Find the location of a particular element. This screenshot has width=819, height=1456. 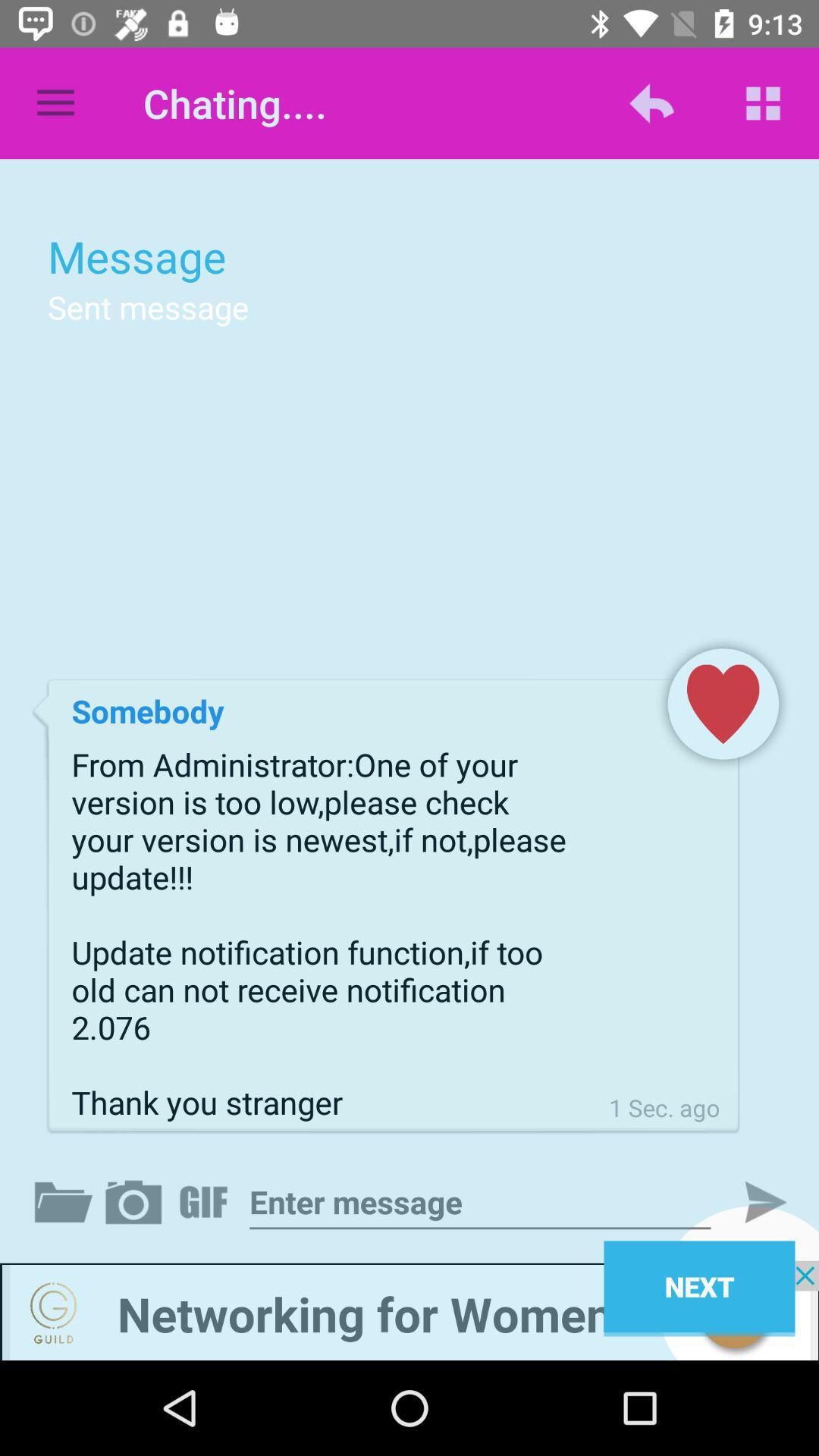

visit advertised website is located at coordinates (409, 1310).